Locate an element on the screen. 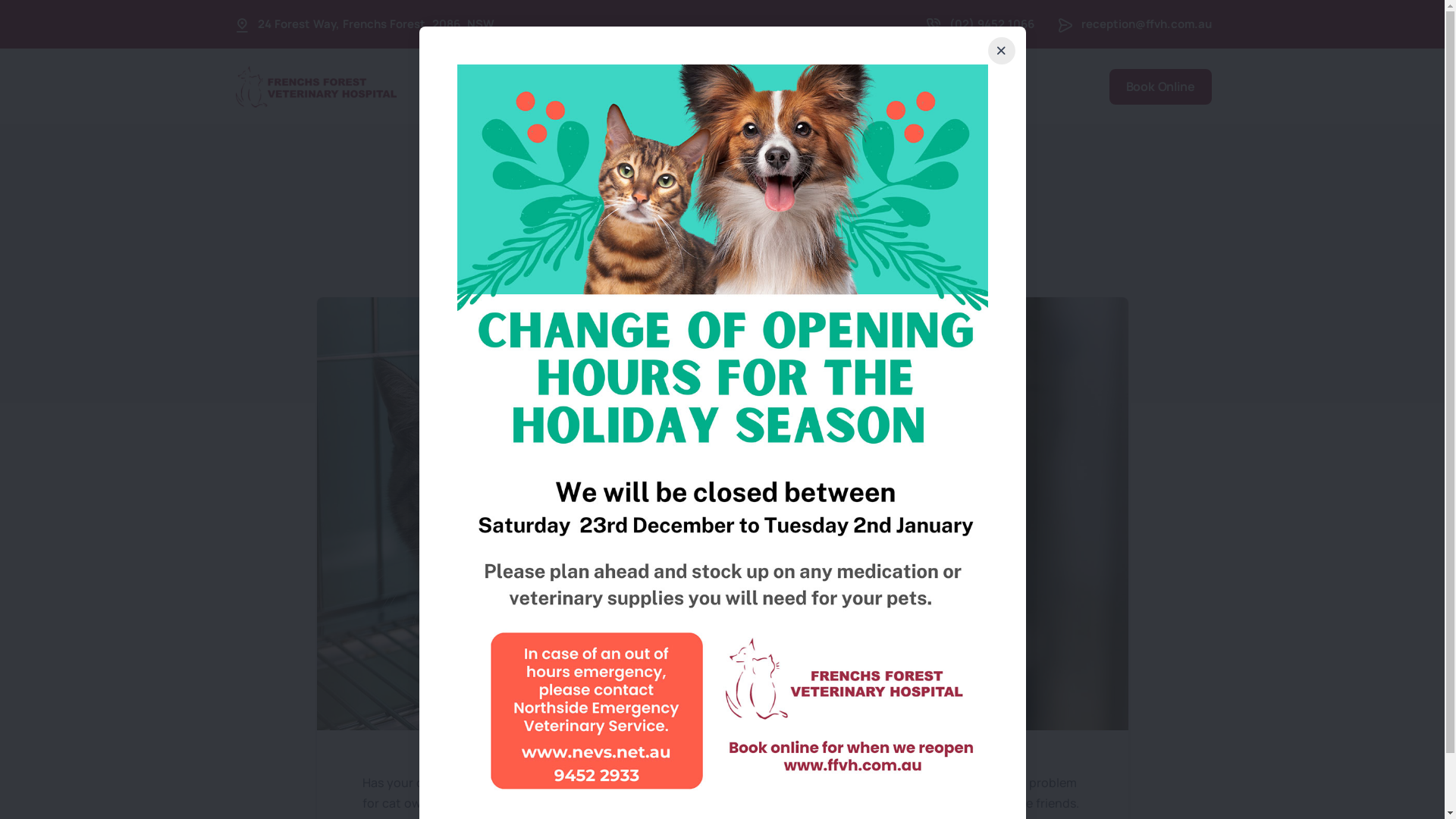 This screenshot has height=819, width=1456. '24 Forest Way, Frenchs Forest, 2086, NSW' is located at coordinates (258, 24).